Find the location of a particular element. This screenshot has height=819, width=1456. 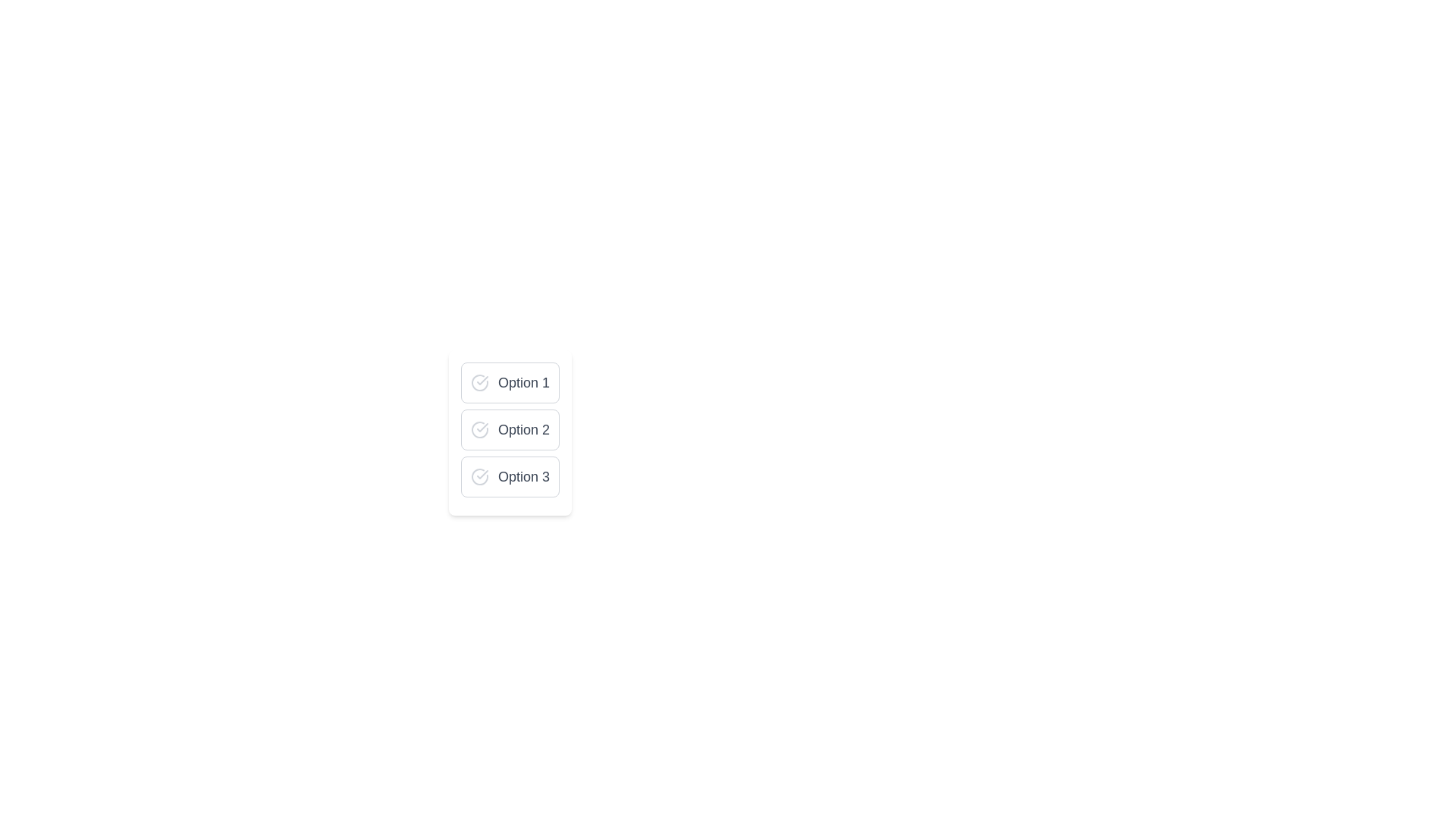

the text label representing the third selectable option in the vertical menu is located at coordinates (524, 475).